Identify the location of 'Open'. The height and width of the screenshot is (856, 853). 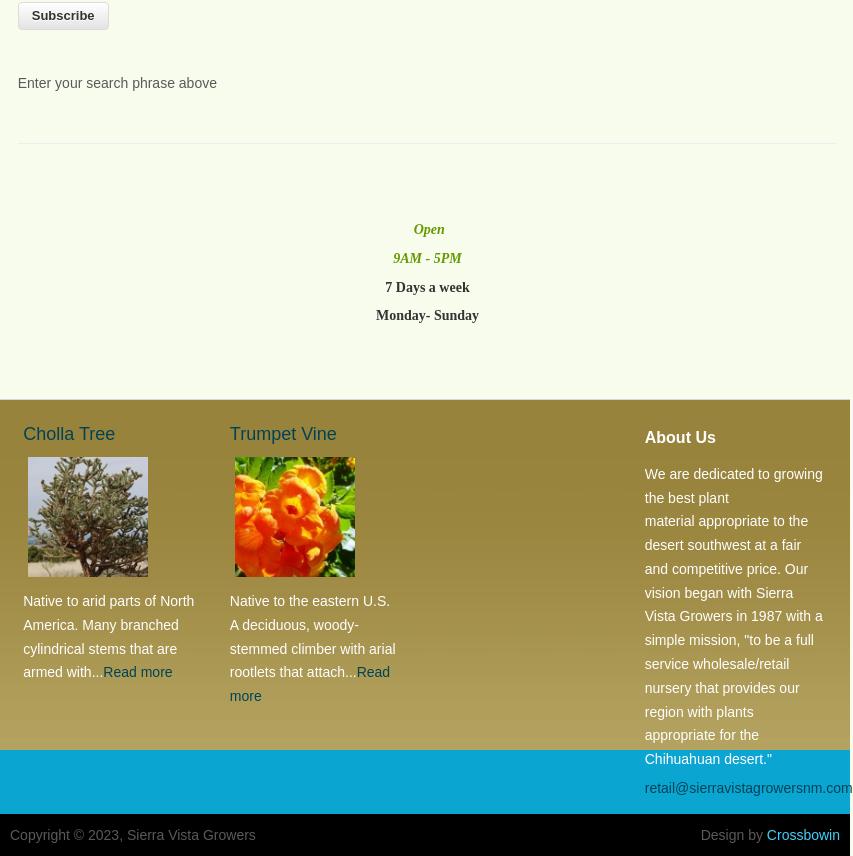
(426, 229).